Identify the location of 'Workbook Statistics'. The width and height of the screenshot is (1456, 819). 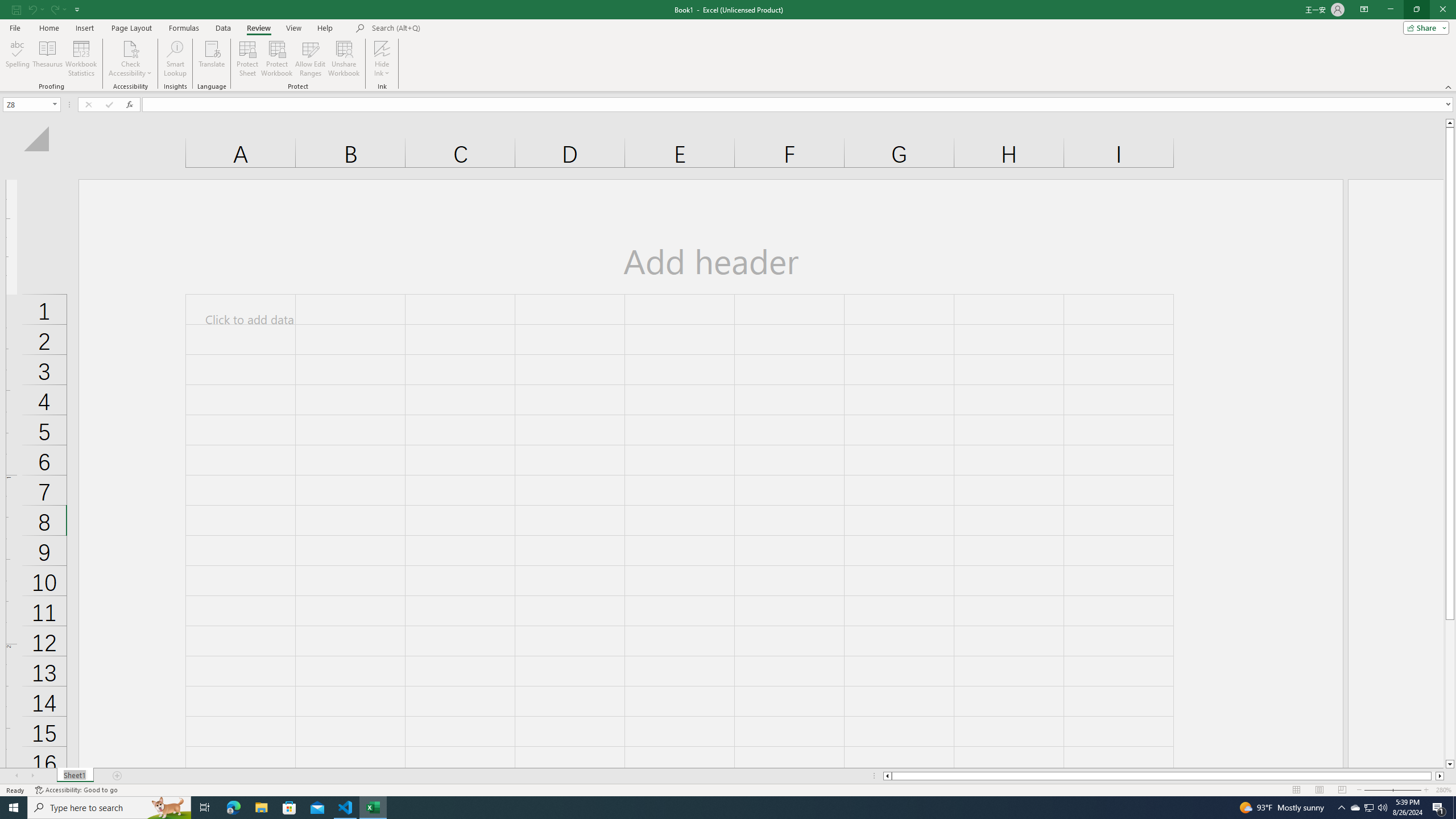
(81, 59).